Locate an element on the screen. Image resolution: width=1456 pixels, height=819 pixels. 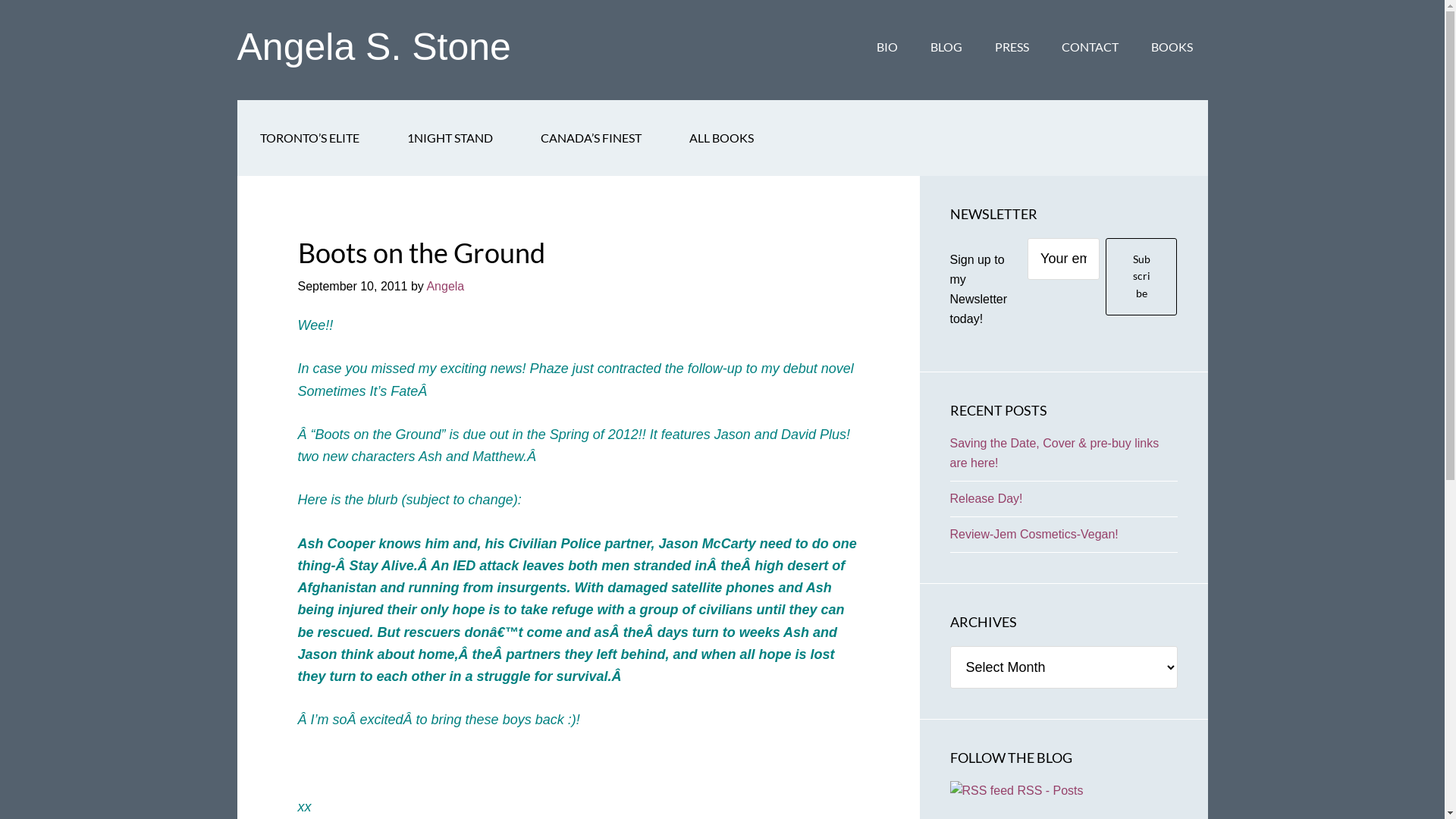
'Release Day!' is located at coordinates (986, 498).